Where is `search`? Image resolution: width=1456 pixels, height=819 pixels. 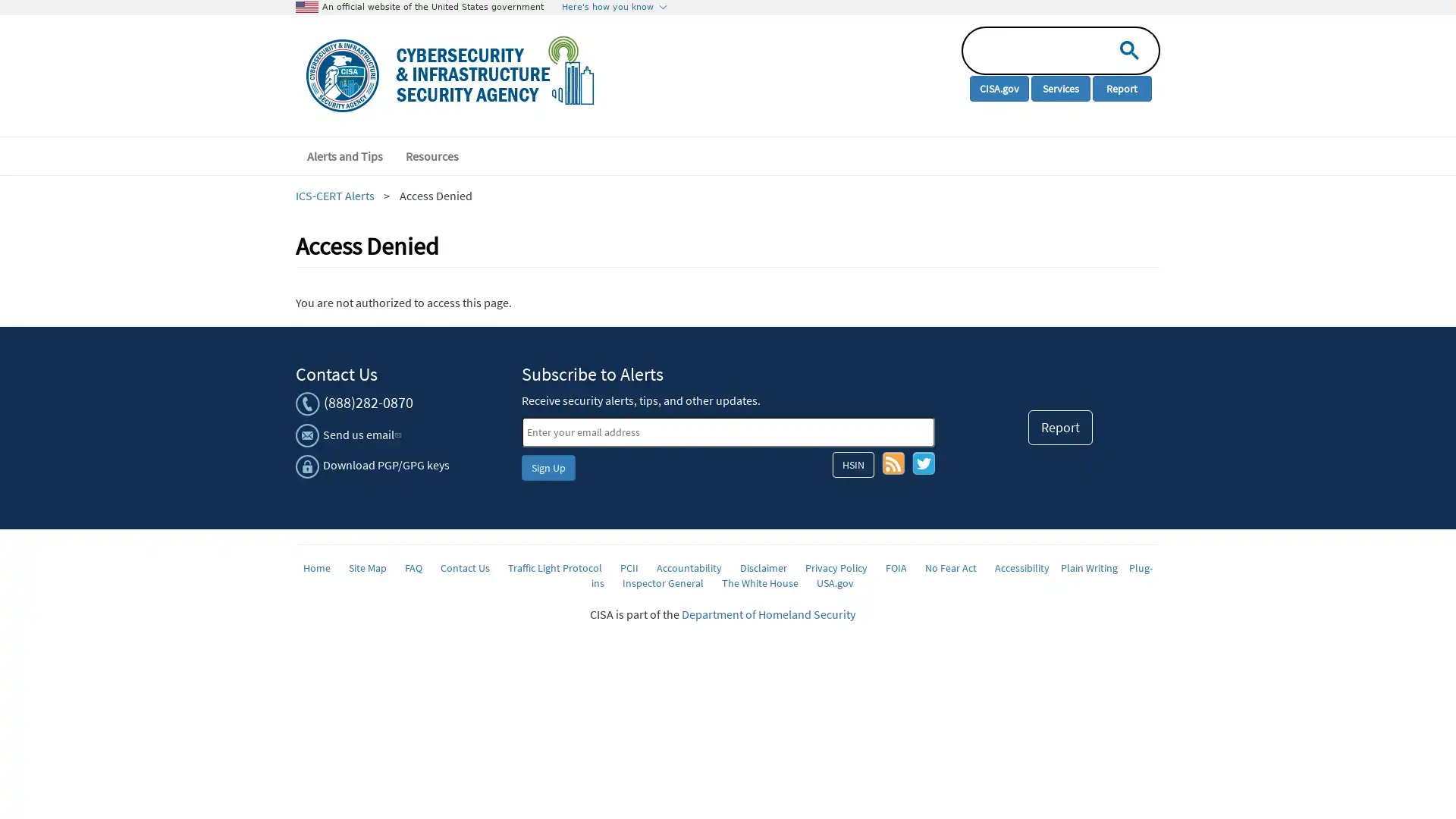
search is located at coordinates (1125, 49).